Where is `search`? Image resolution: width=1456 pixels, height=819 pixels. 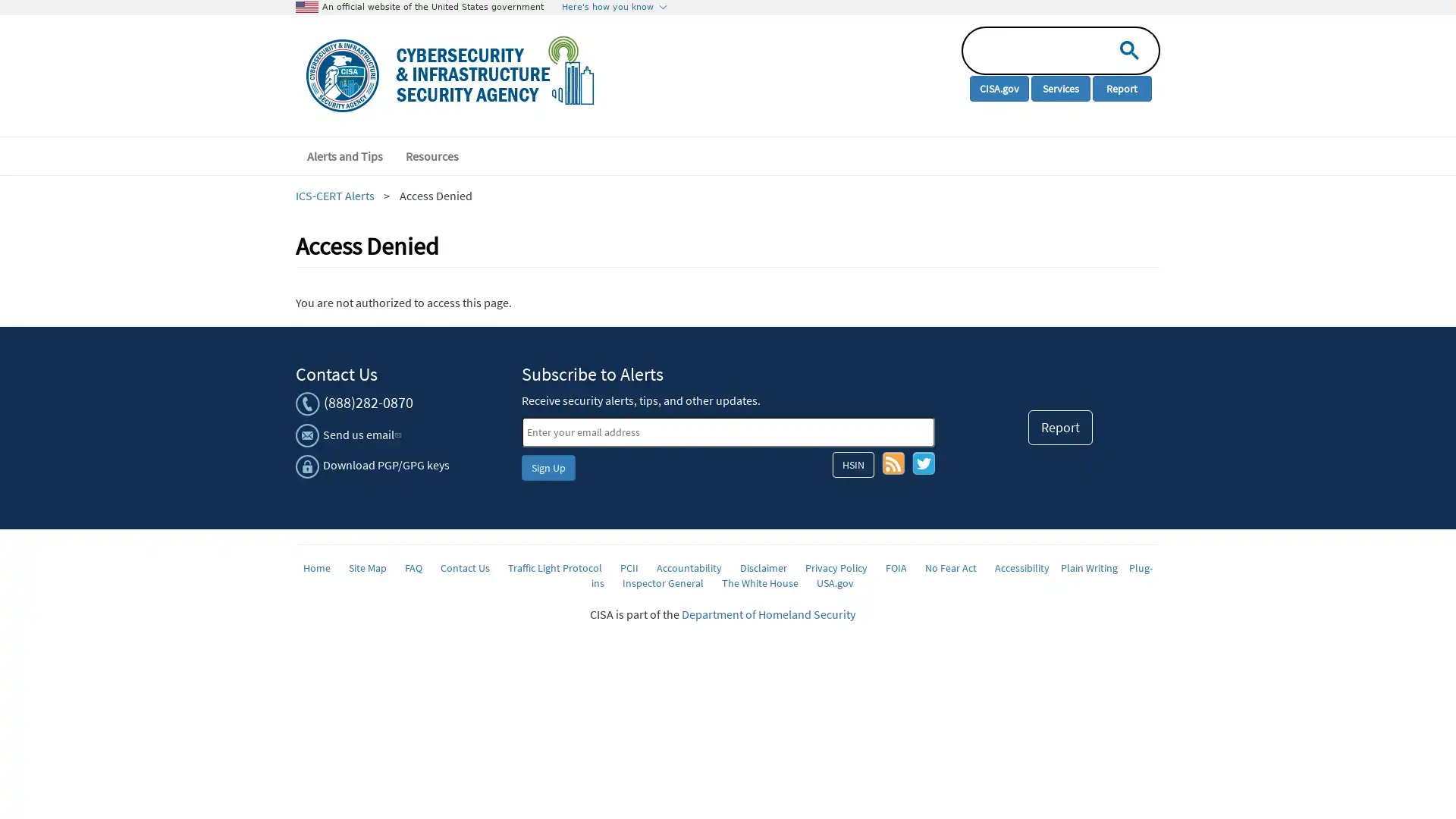
search is located at coordinates (1125, 49).